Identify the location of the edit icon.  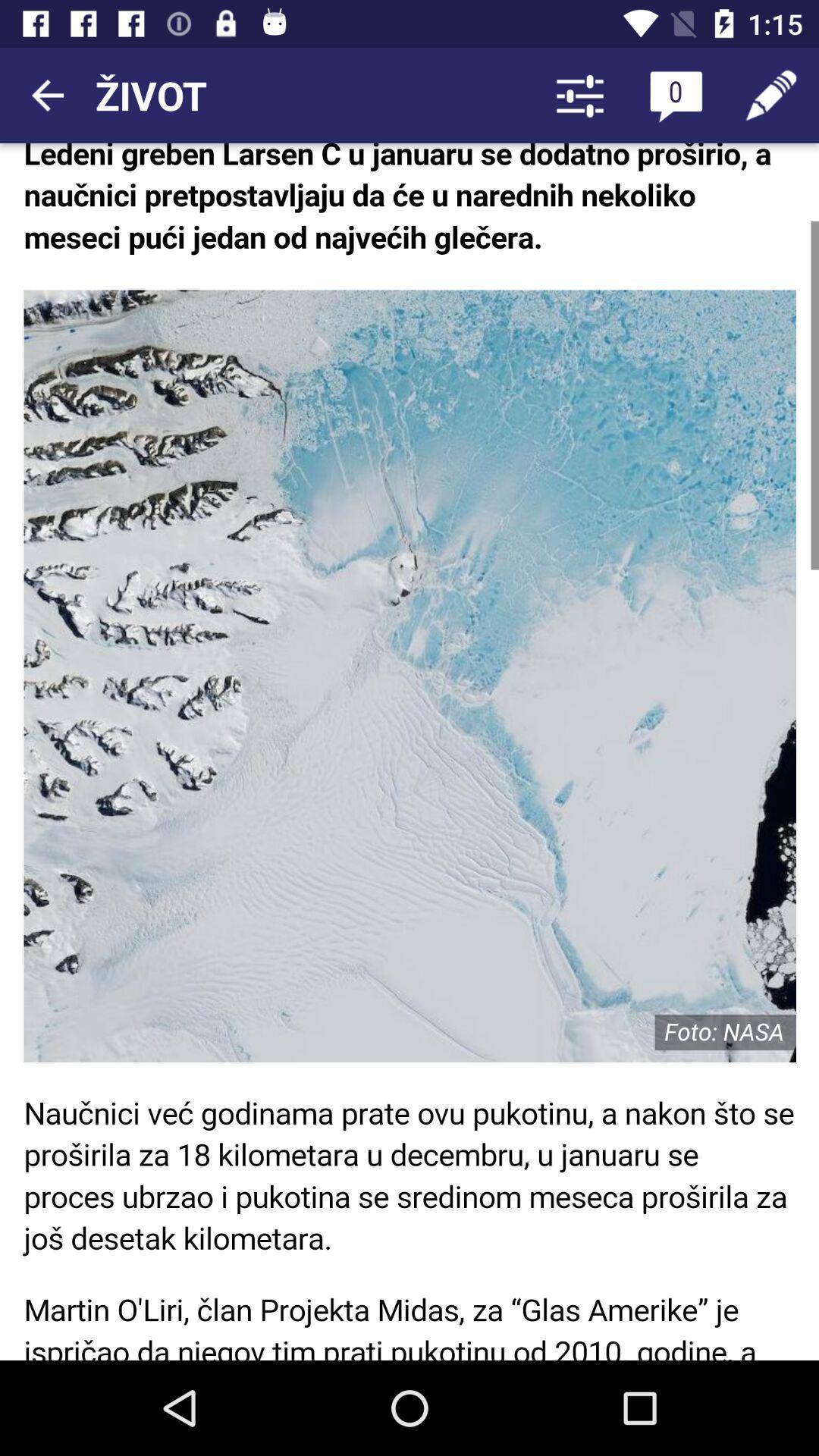
(771, 94).